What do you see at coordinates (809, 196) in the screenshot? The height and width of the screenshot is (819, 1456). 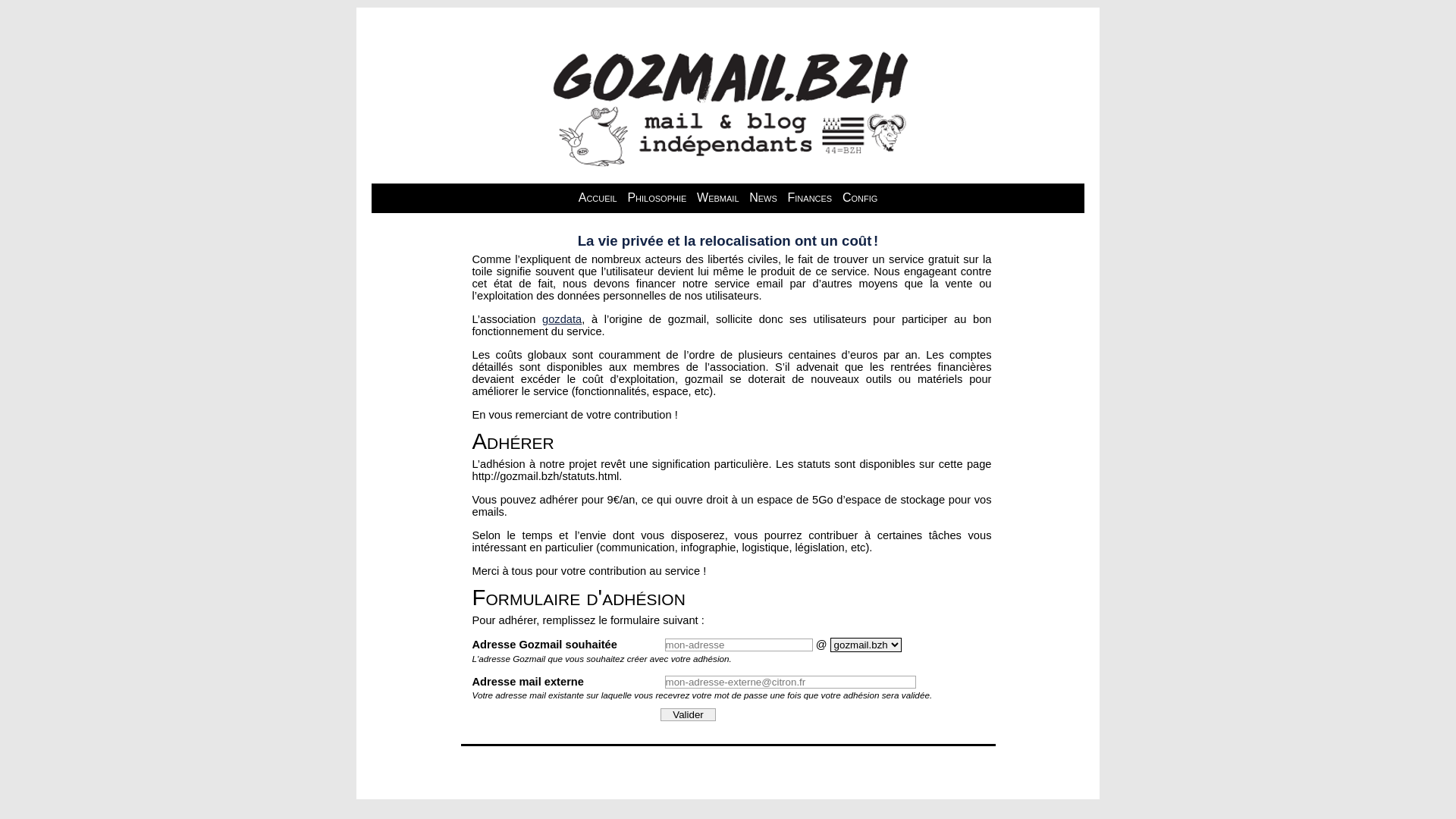 I see `'Finances'` at bounding box center [809, 196].